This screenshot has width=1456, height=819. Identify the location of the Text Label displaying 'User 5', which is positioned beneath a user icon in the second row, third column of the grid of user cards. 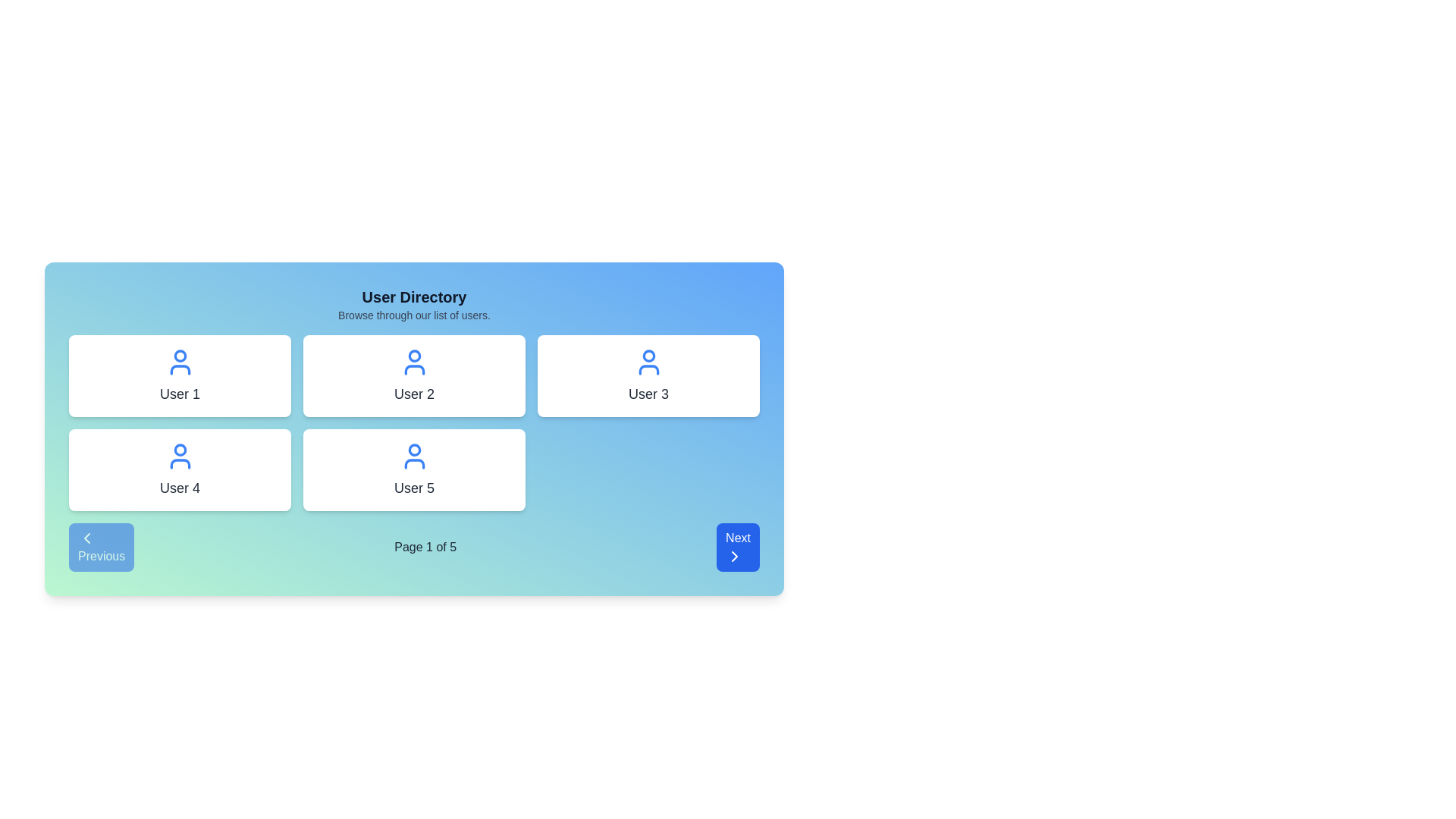
(414, 488).